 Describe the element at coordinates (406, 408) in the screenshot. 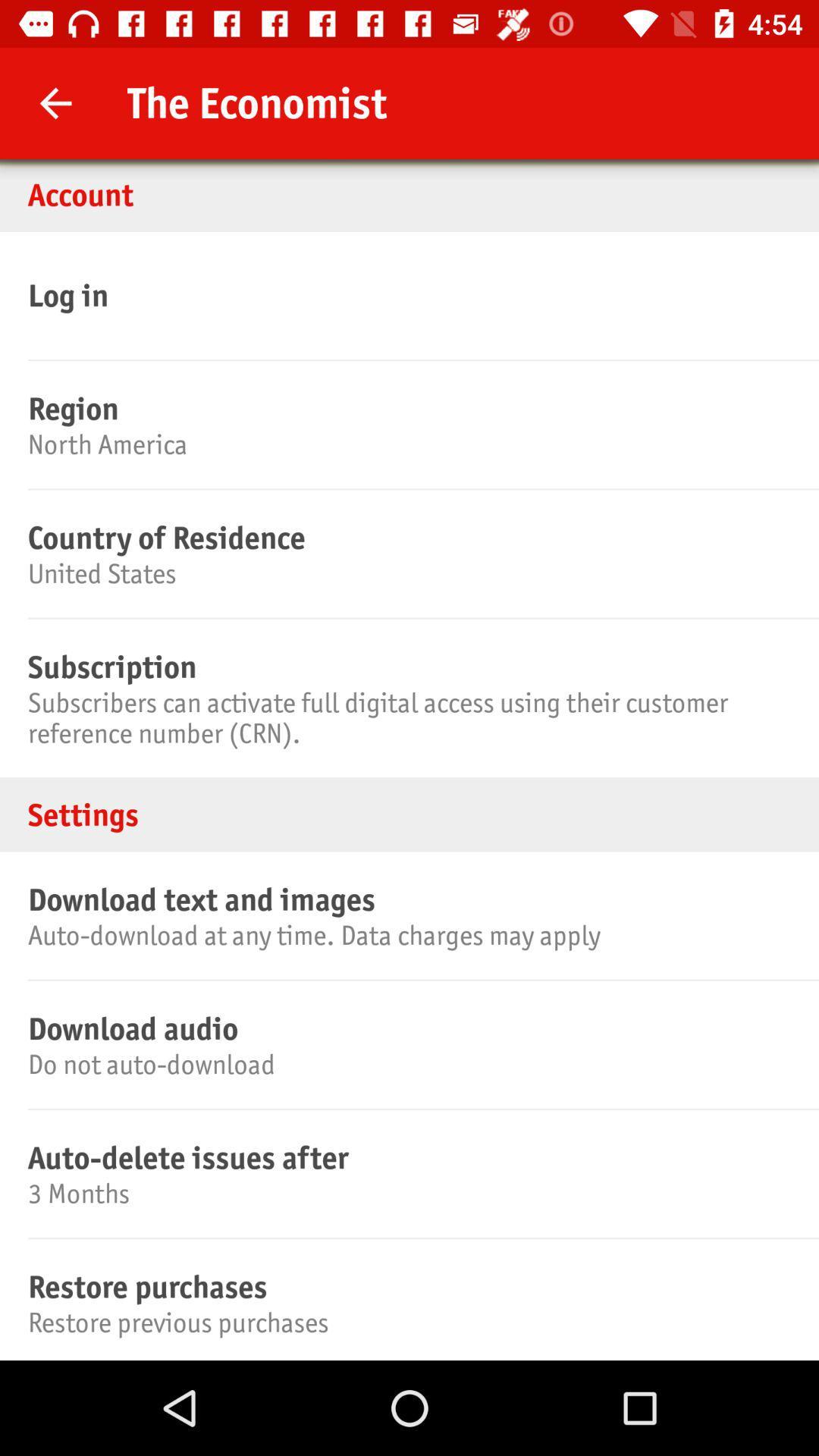

I see `region item` at that location.